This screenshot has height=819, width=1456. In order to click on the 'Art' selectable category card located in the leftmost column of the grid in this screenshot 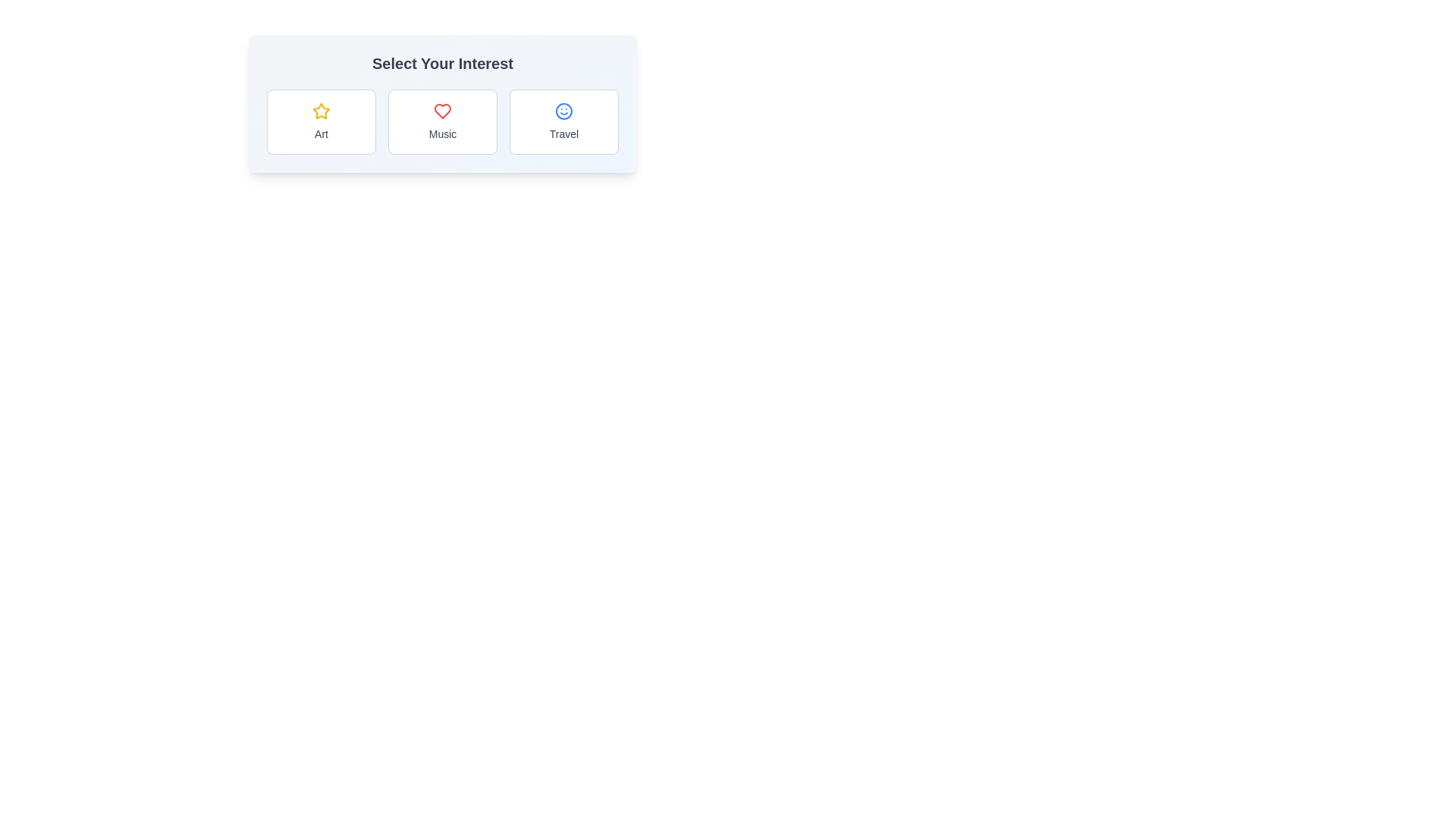, I will do `click(320, 121)`.